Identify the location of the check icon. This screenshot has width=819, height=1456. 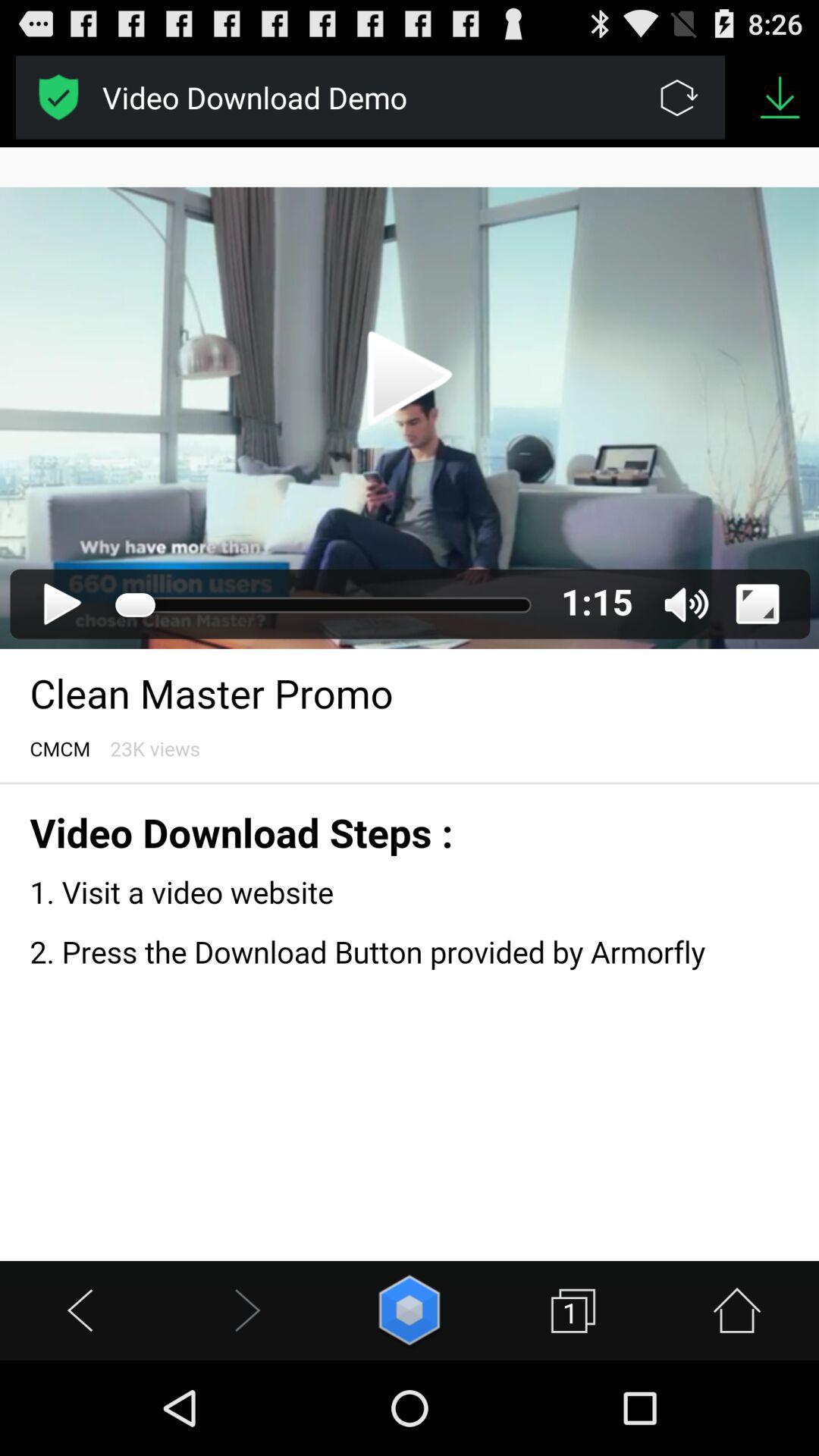
(58, 103).